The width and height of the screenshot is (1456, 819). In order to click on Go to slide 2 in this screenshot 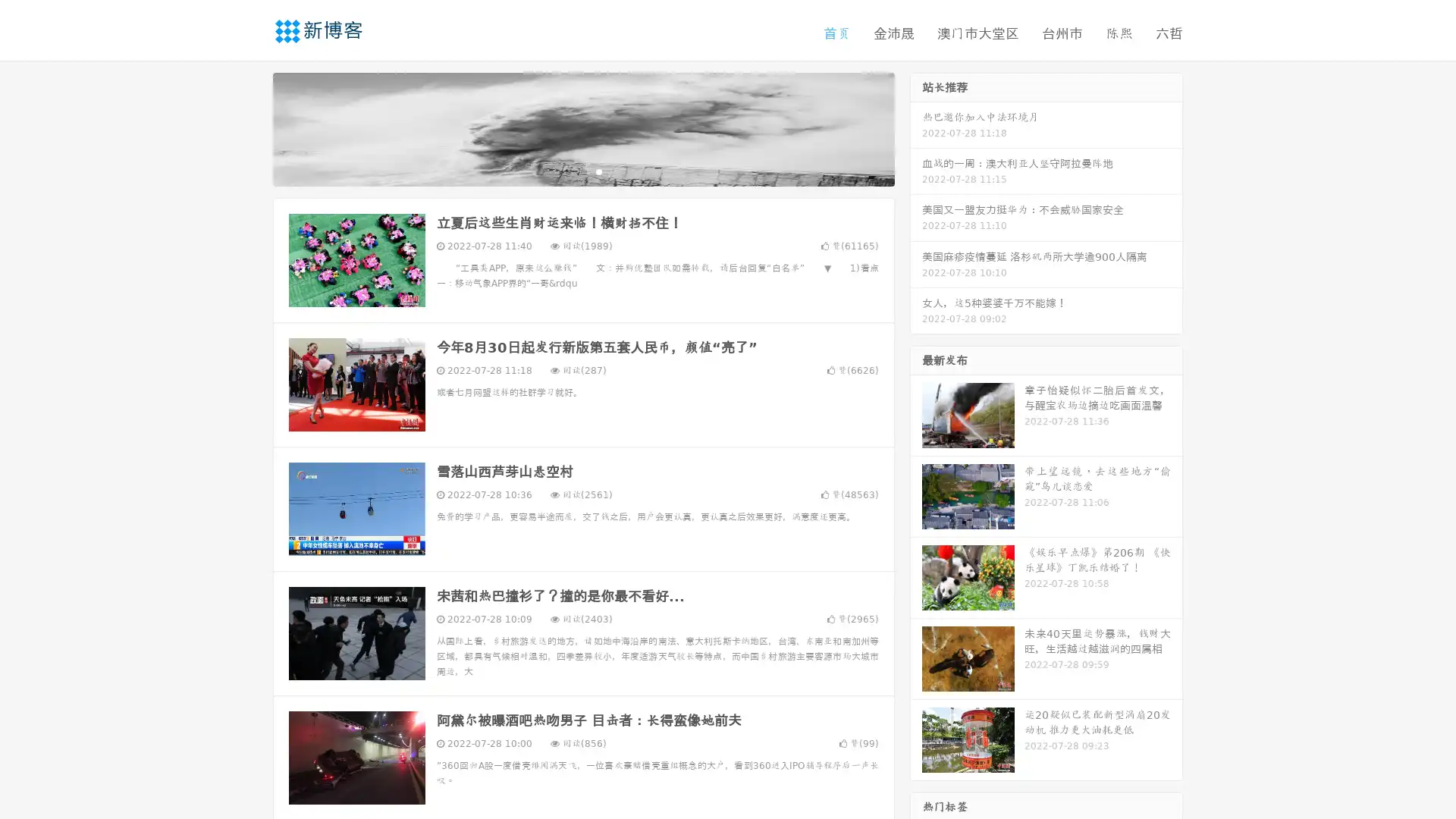, I will do `click(582, 171)`.